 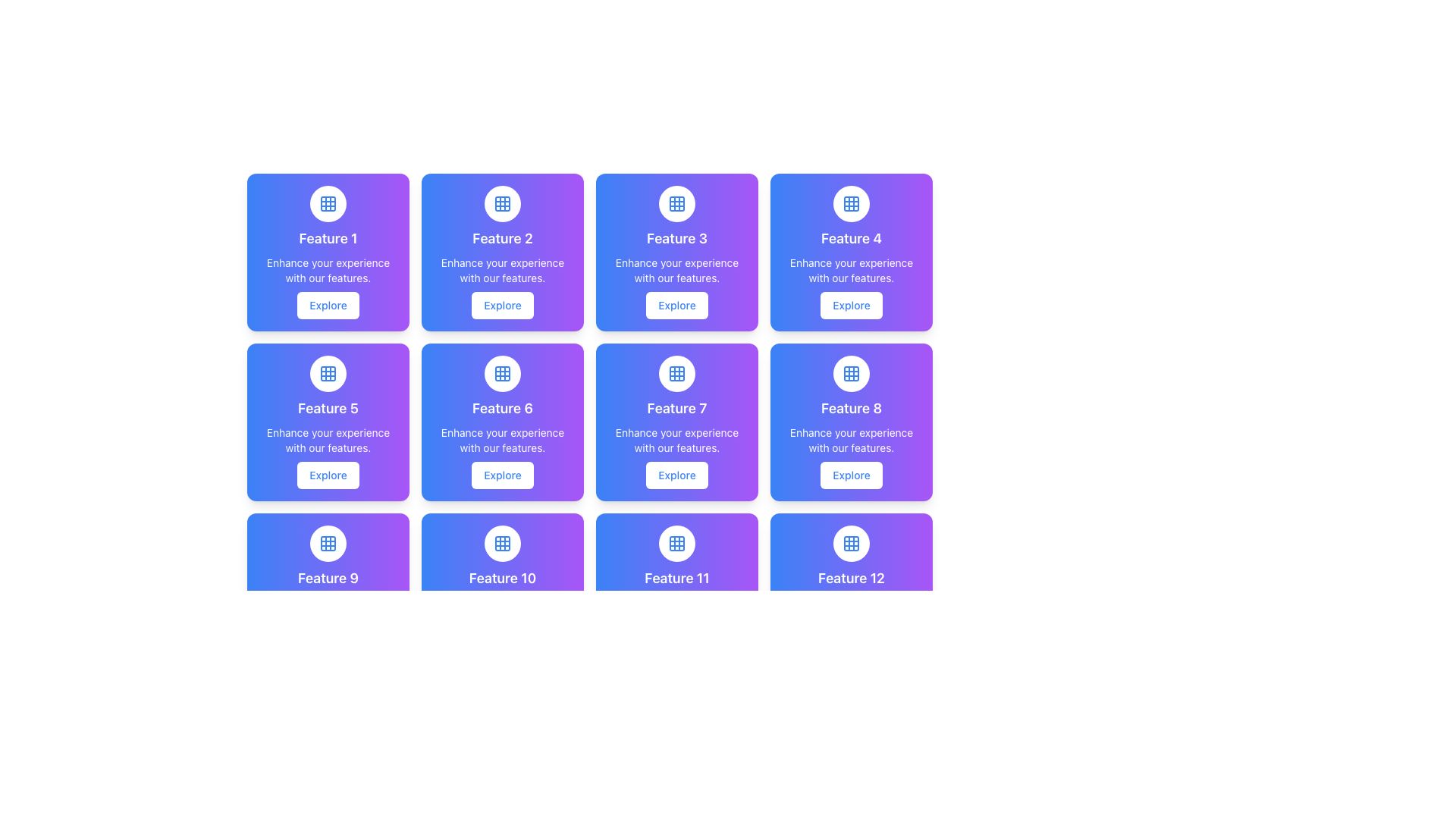 I want to click on text label providing a descriptive statement within the 'Feature 2' card, located below the title and above the 'Explore' button, so click(x=502, y=270).